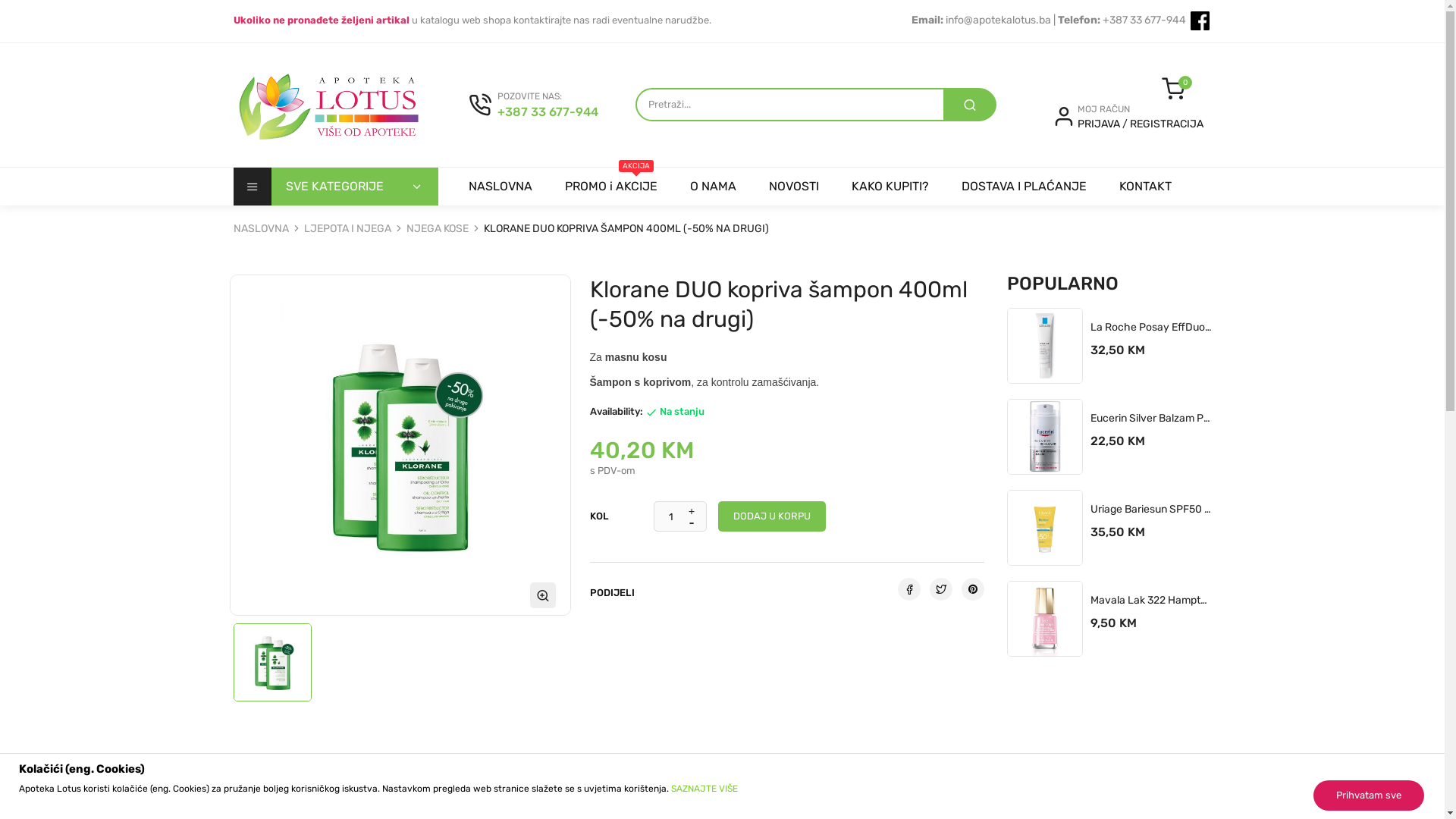 The height and width of the screenshot is (819, 1456). Describe the element at coordinates (1145, 186) in the screenshot. I see `'KONTAKT'` at that location.